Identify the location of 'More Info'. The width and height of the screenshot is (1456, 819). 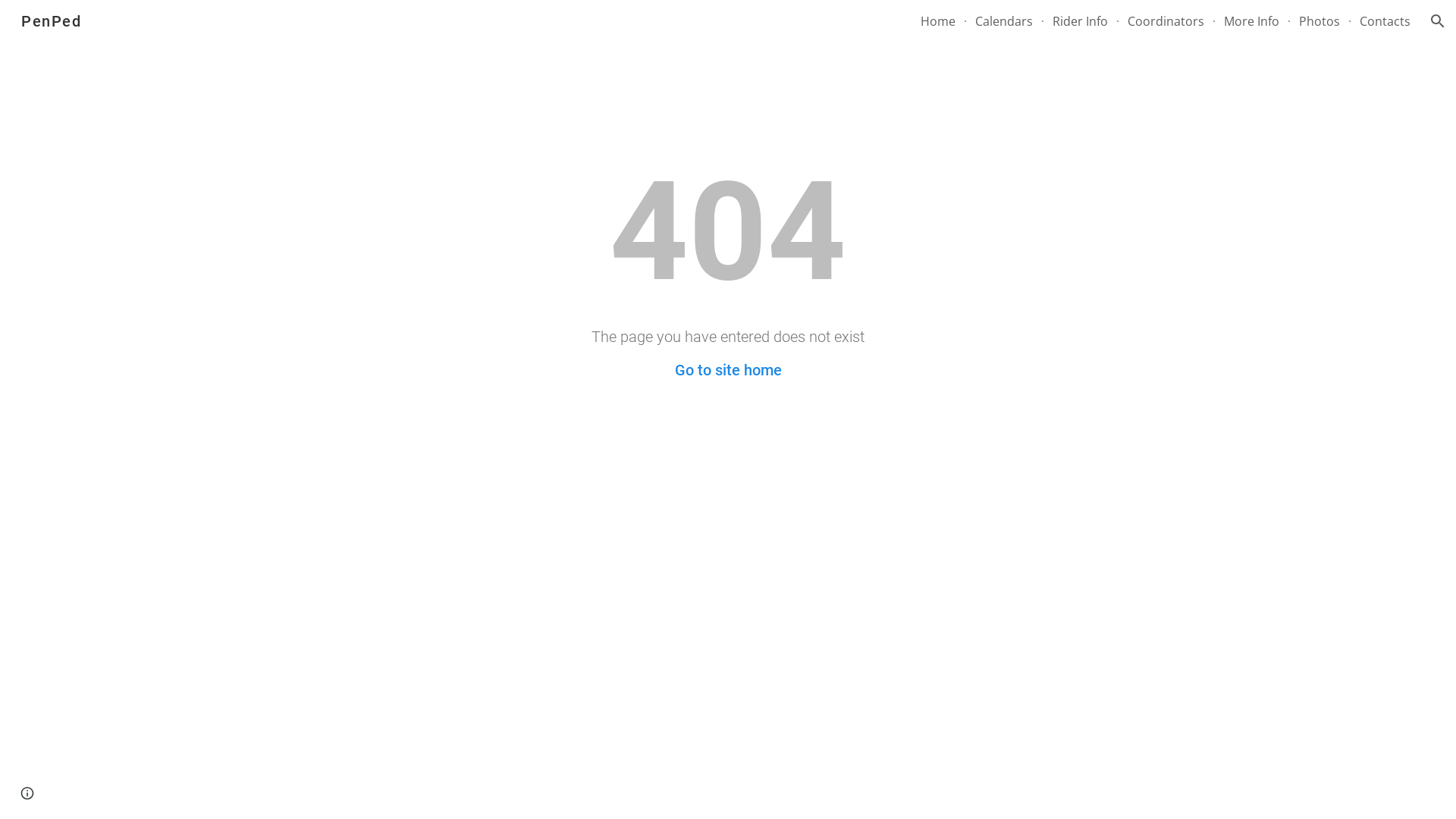
(1251, 20).